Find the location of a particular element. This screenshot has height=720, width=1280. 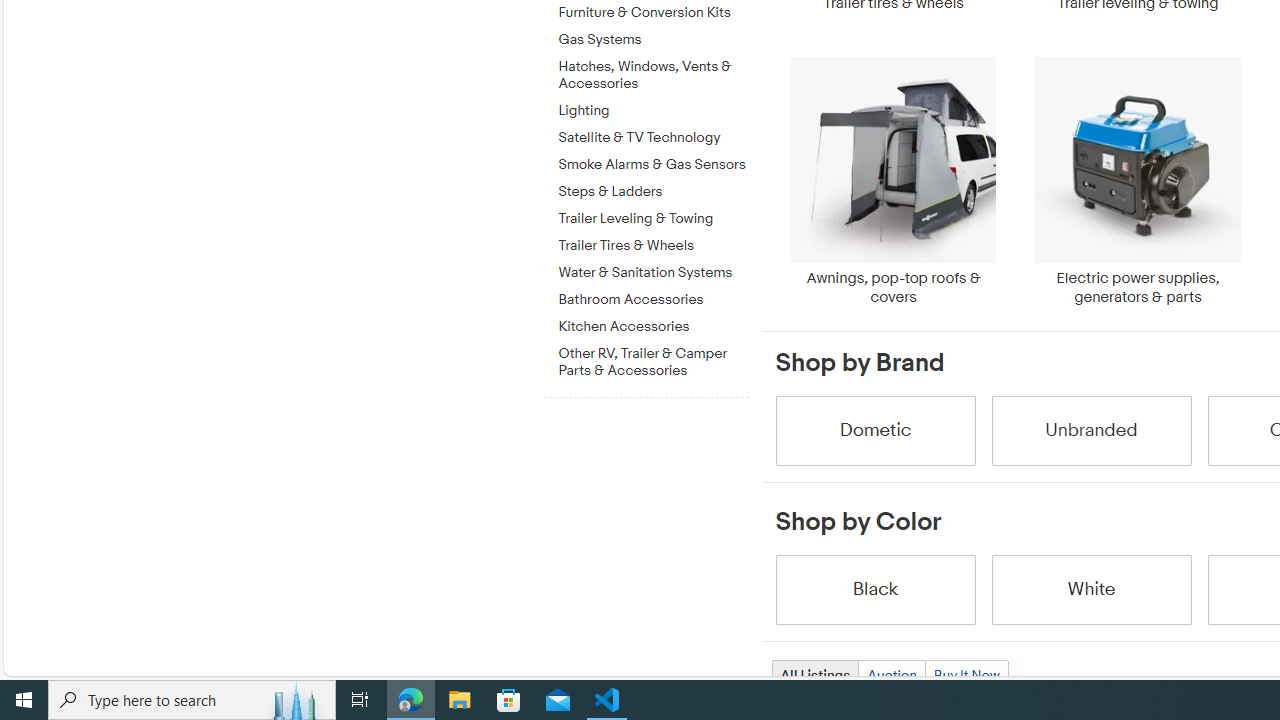

'Gas Systems' is located at coordinates (653, 40).